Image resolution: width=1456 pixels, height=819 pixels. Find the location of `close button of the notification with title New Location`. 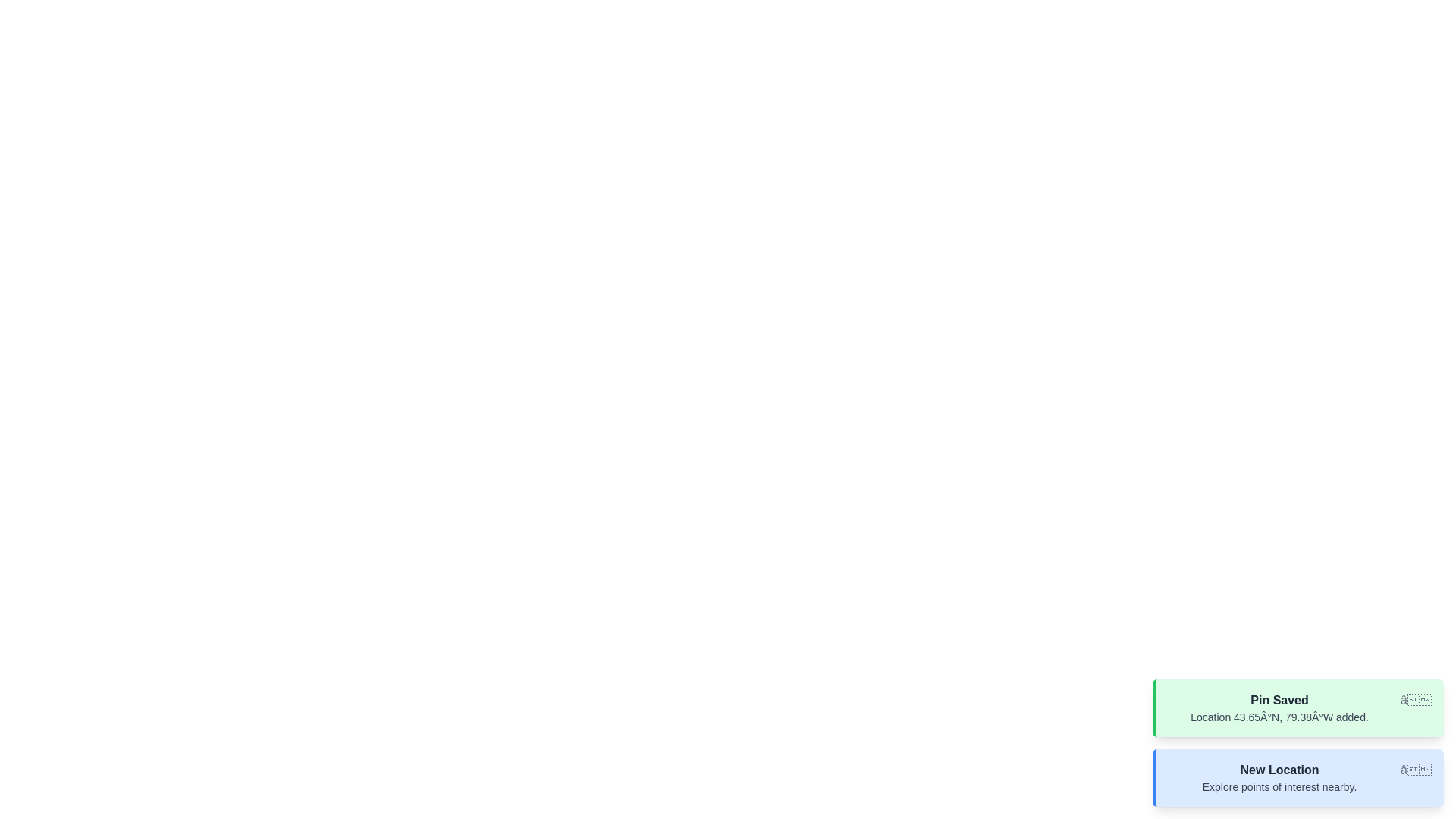

close button of the notification with title New Location is located at coordinates (1415, 770).